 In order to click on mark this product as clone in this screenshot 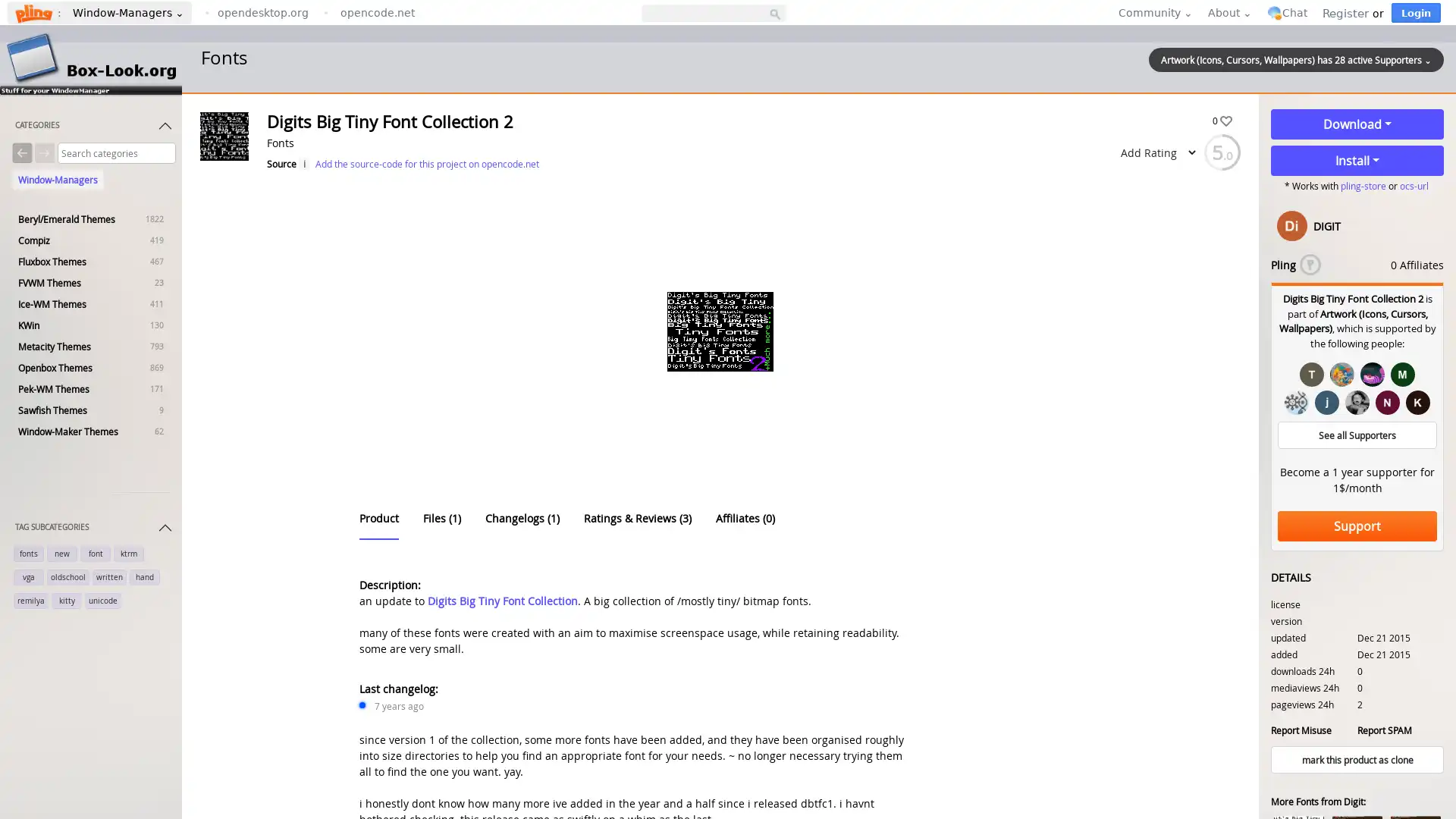, I will do `click(1357, 760)`.